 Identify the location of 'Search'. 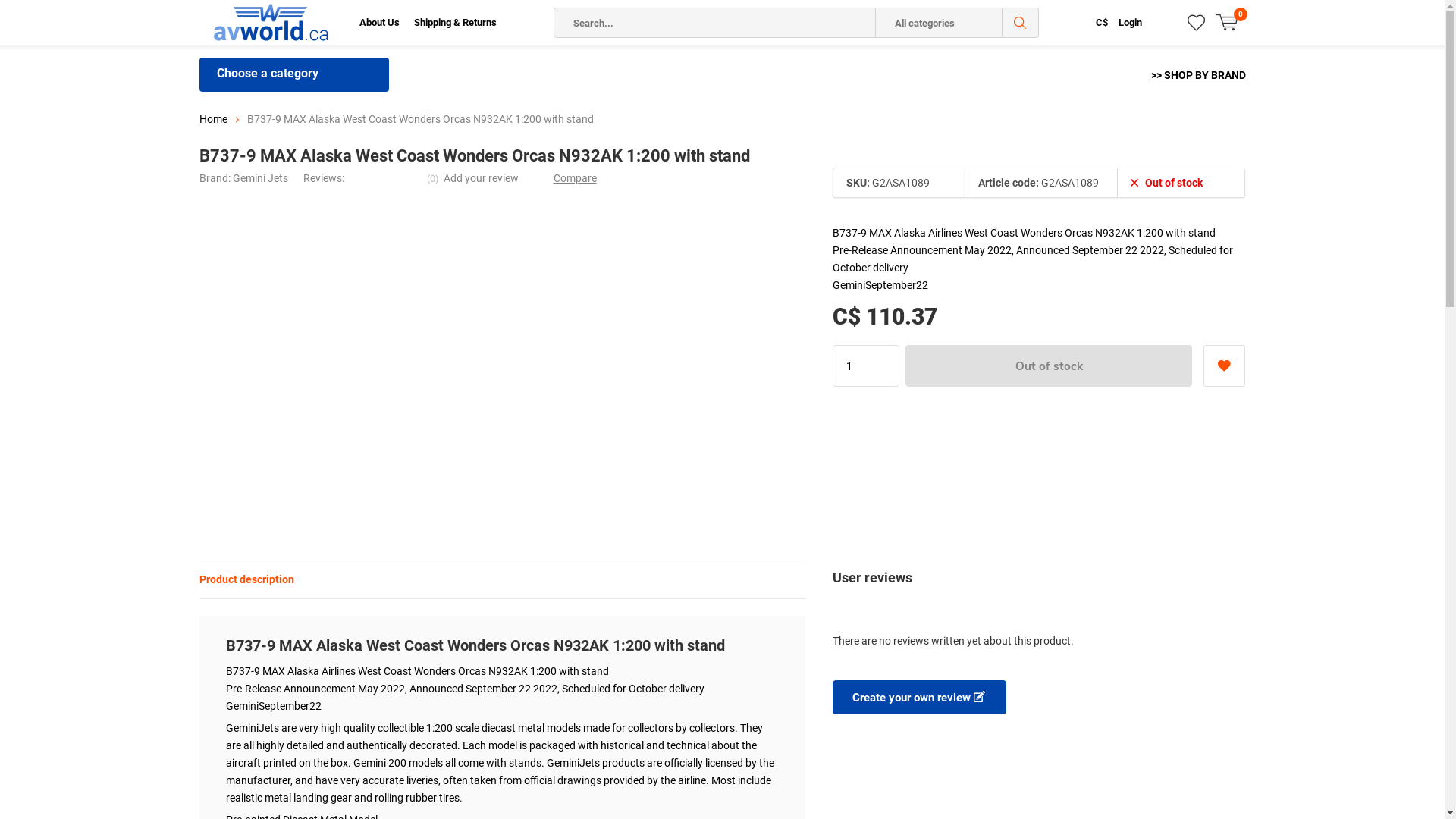
(1020, 23).